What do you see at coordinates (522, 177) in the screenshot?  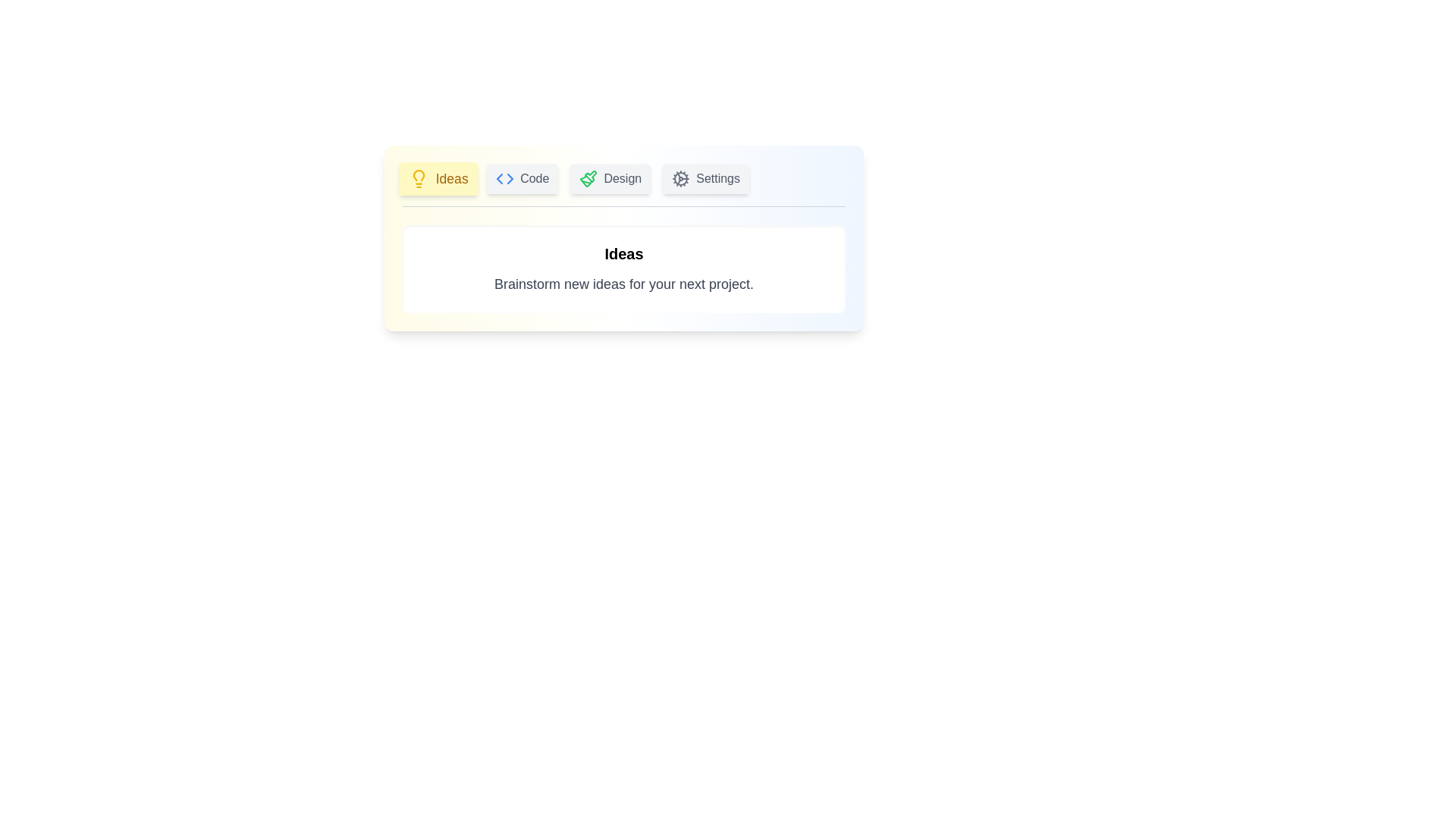 I see `the Code tab` at bounding box center [522, 177].